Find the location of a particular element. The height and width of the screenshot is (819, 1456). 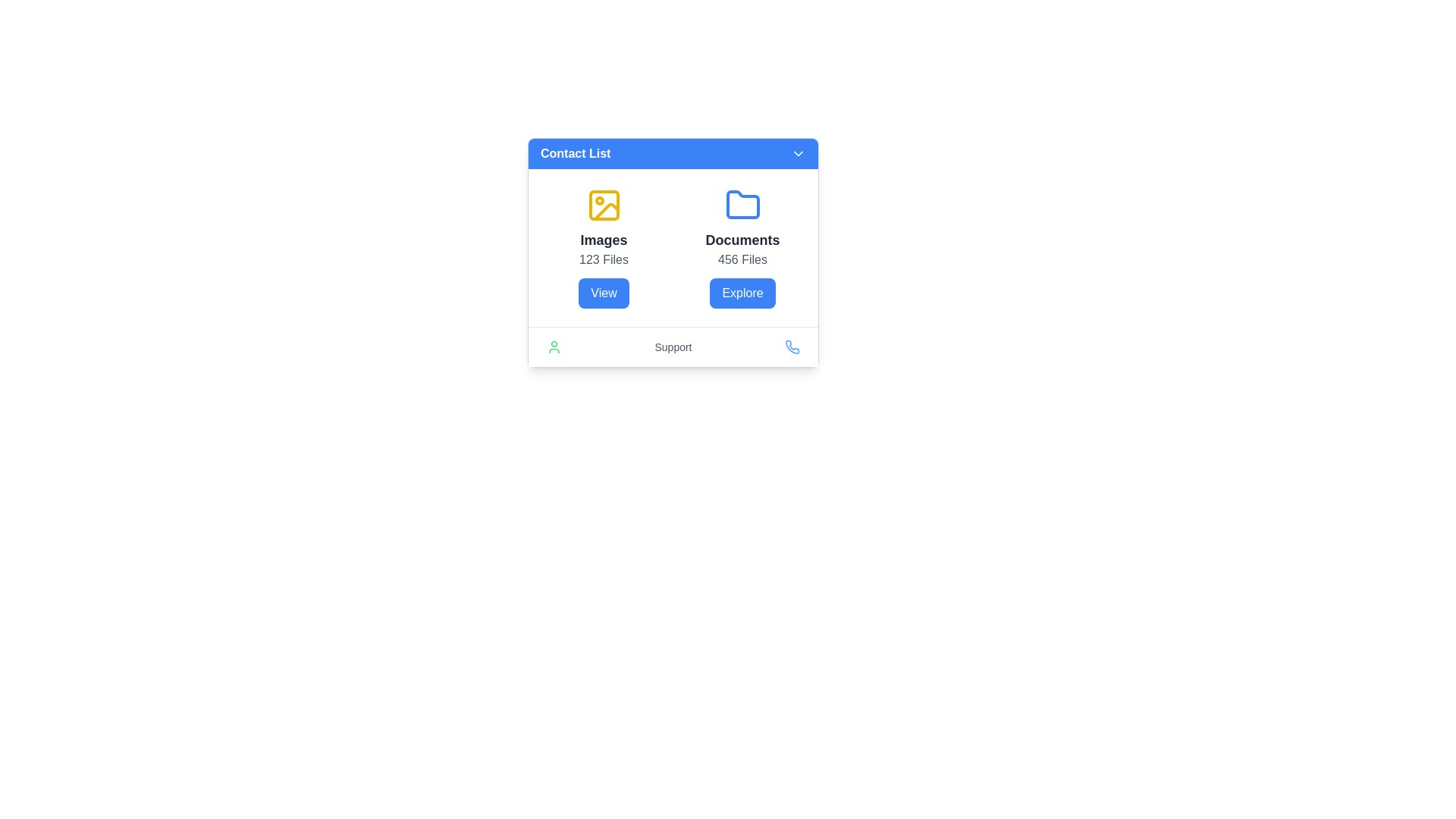

the Text Label displaying '123 Files', which is positioned below the 'Images' title and above the 'View' button in a vertical layout is located at coordinates (603, 259).